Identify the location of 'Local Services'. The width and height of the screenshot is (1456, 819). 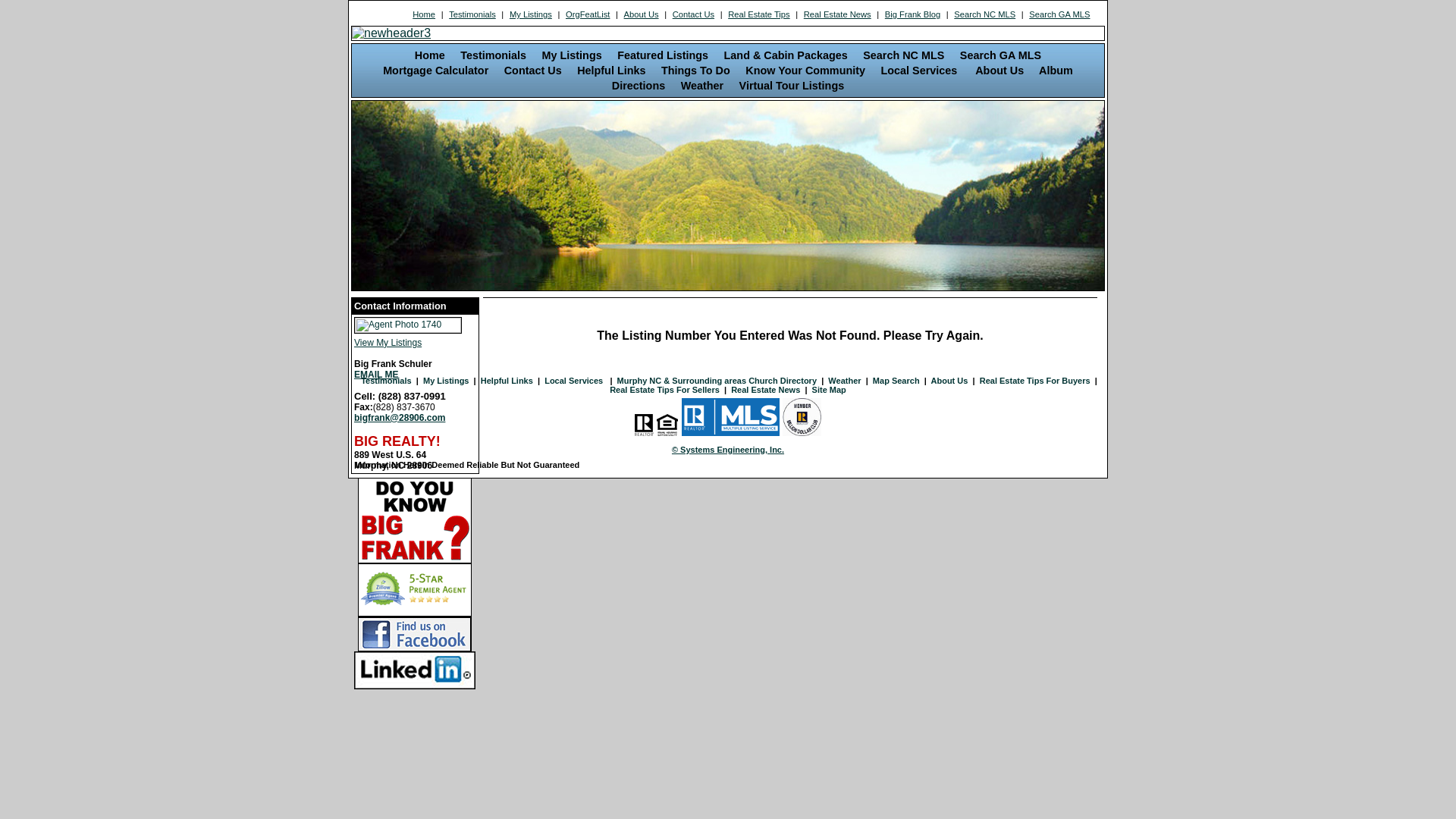
(574, 379).